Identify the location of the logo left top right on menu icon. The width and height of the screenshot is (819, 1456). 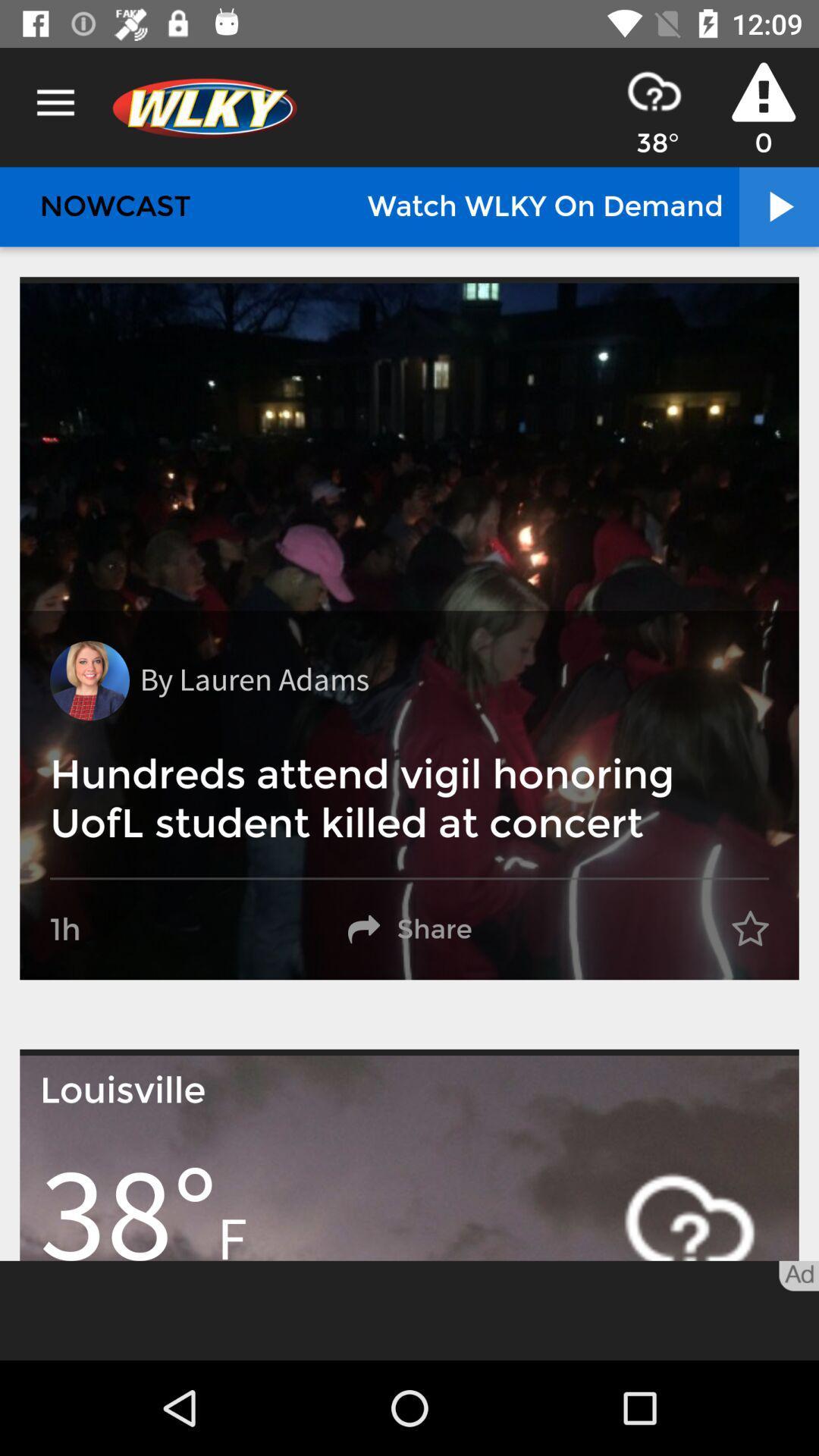
(206, 107).